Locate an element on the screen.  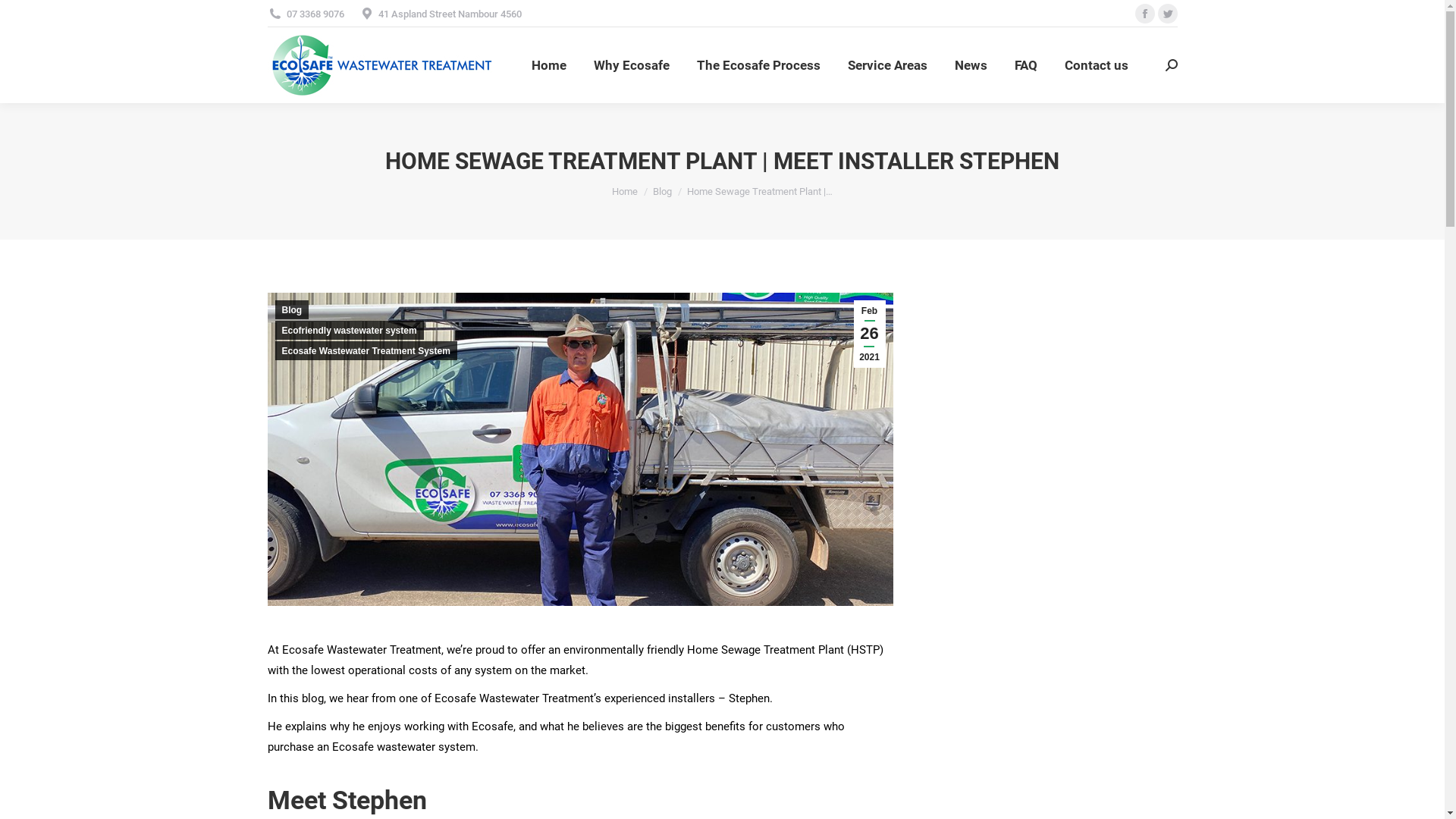
'Ecosafe Wastewater Treatment System' is located at coordinates (365, 350).